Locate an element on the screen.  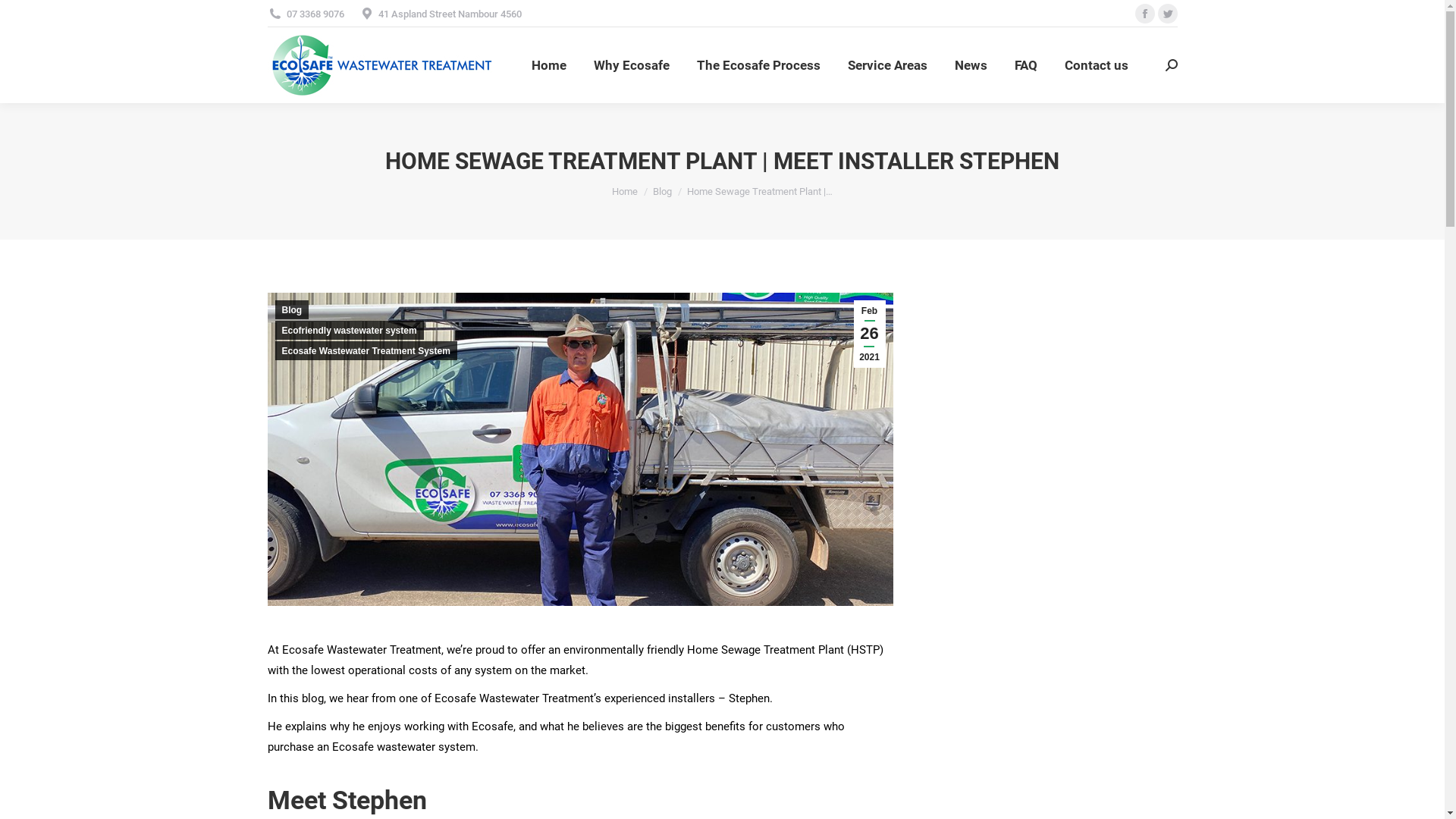
'Ecosafe Wastewater Treatment System' is located at coordinates (365, 350).